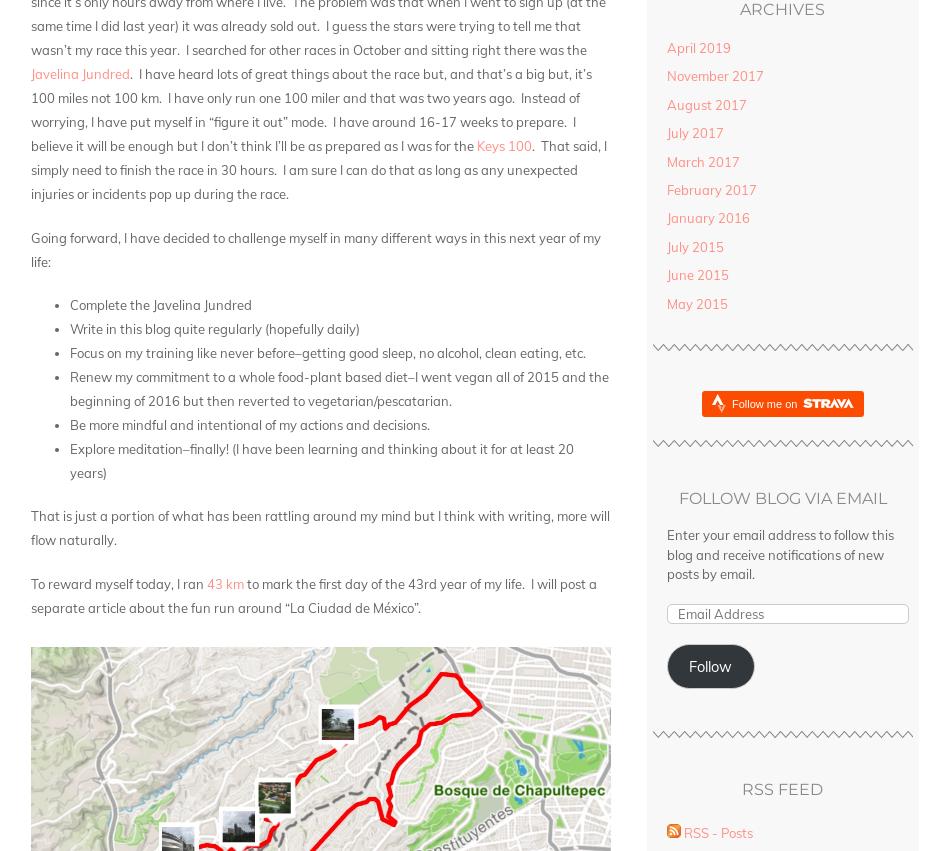  Describe the element at coordinates (764, 402) in the screenshot. I see `'Follow me on'` at that location.